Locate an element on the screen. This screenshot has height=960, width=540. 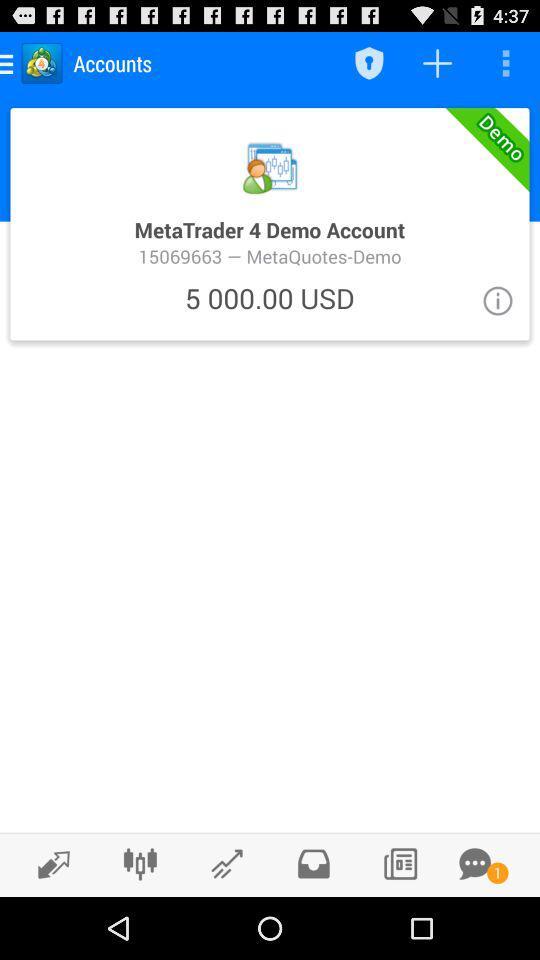
the chat icon is located at coordinates (474, 924).